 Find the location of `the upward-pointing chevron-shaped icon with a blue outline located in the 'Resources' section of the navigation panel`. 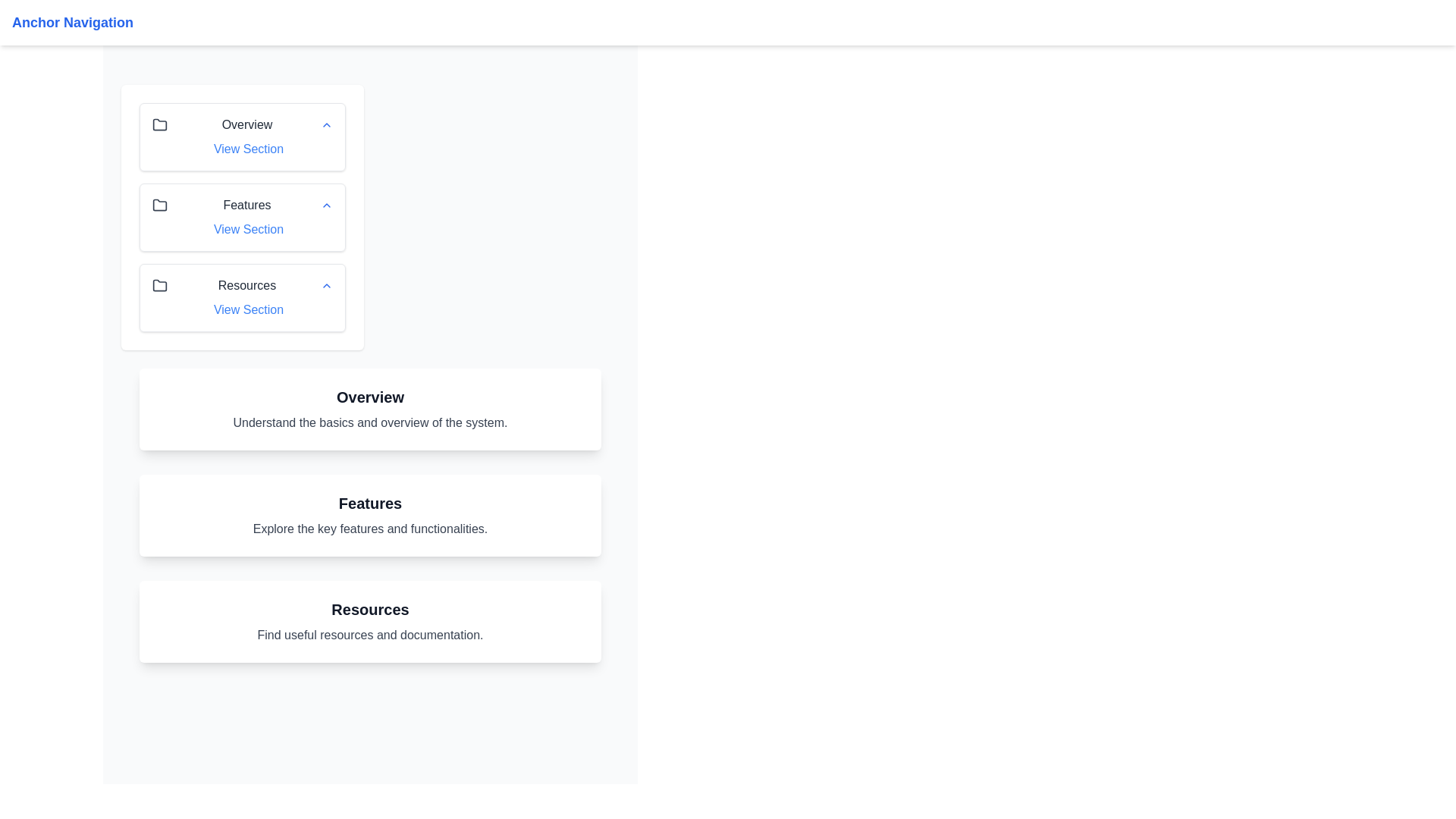

the upward-pointing chevron-shaped icon with a blue outline located in the 'Resources' section of the navigation panel is located at coordinates (326, 286).